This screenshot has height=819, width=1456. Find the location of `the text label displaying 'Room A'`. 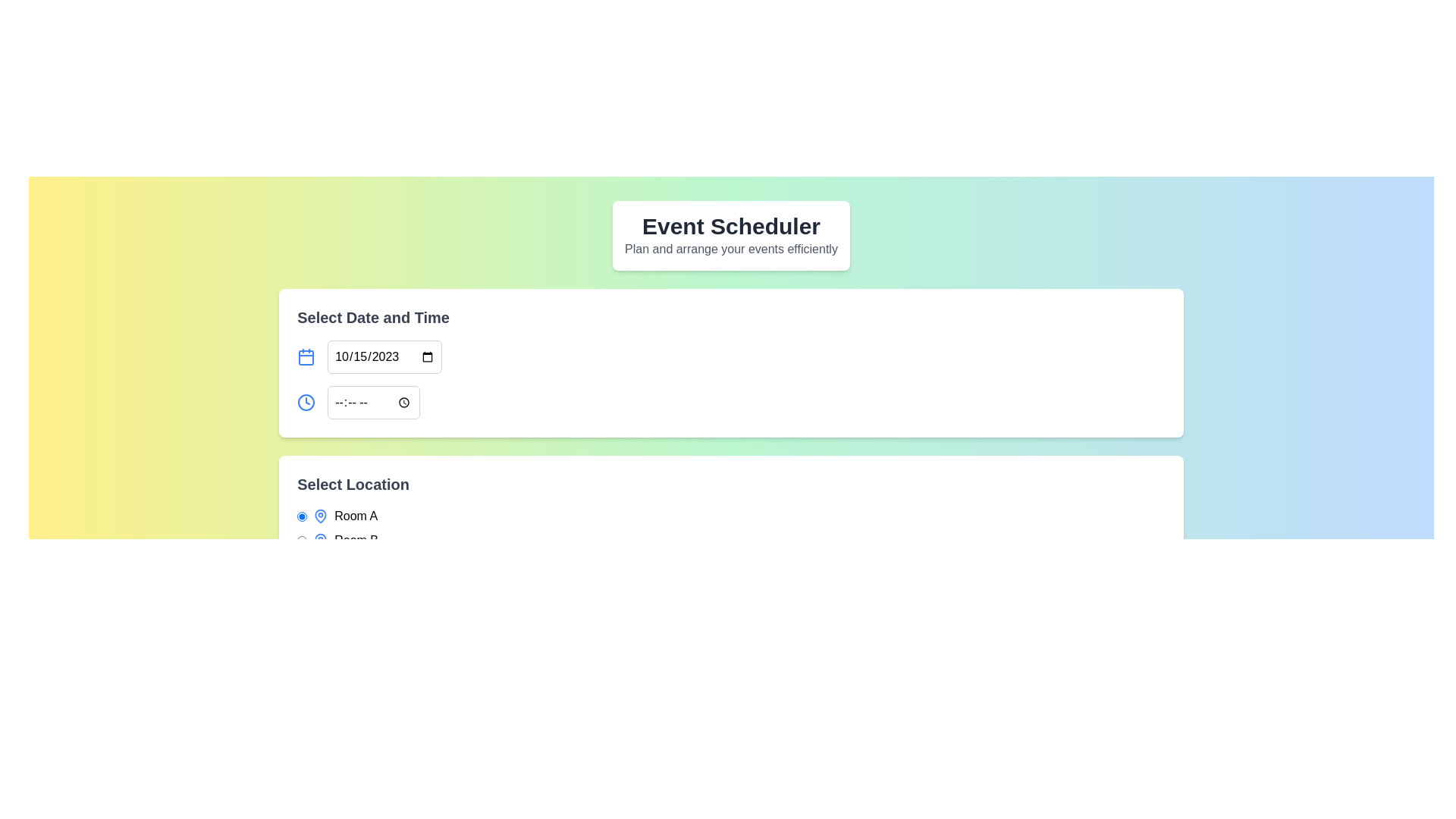

the text label displaying 'Room A' is located at coordinates (355, 516).